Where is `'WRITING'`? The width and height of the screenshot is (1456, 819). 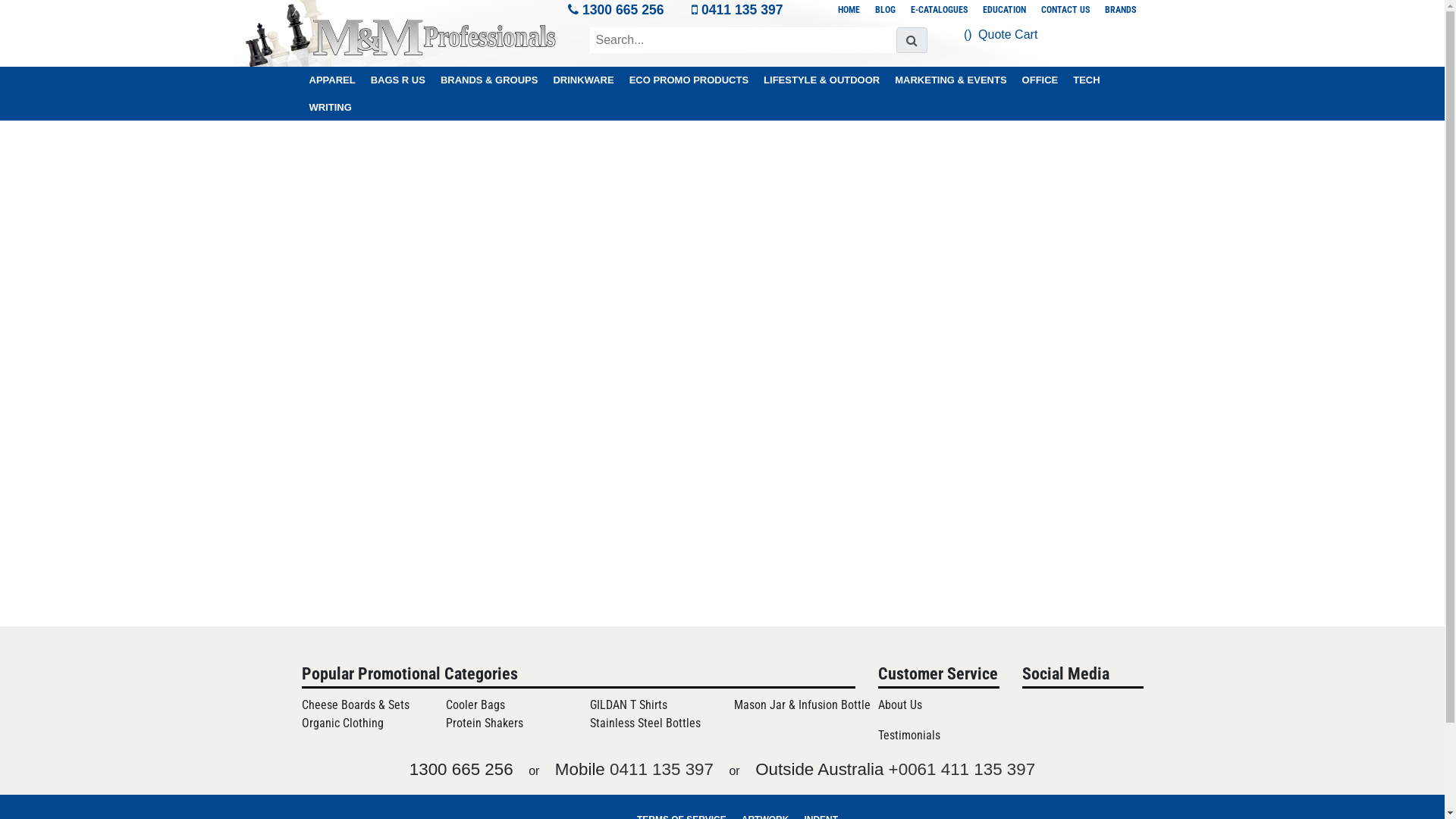 'WRITING' is located at coordinates (302, 107).